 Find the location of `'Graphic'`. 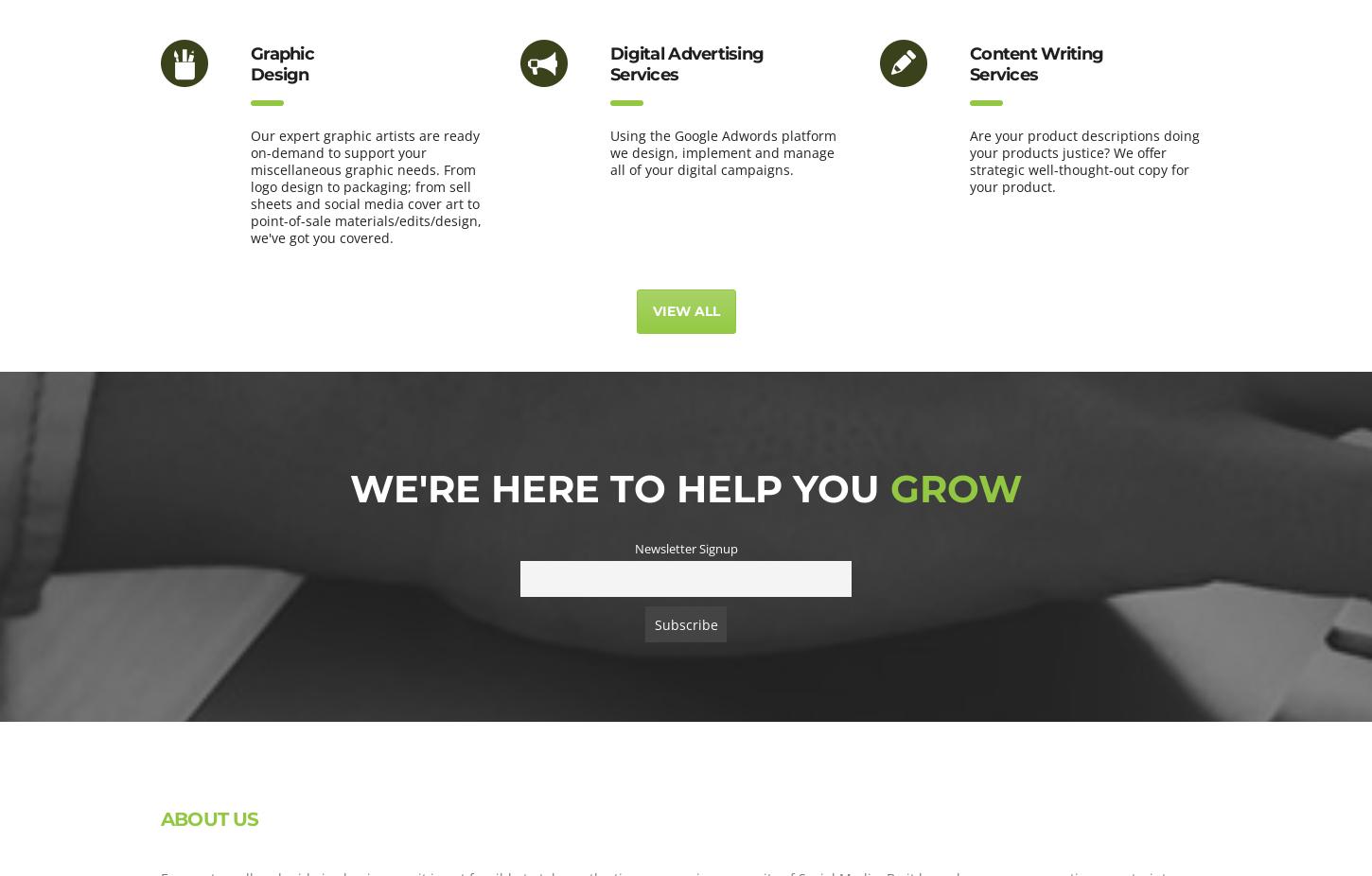

'Graphic' is located at coordinates (281, 53).